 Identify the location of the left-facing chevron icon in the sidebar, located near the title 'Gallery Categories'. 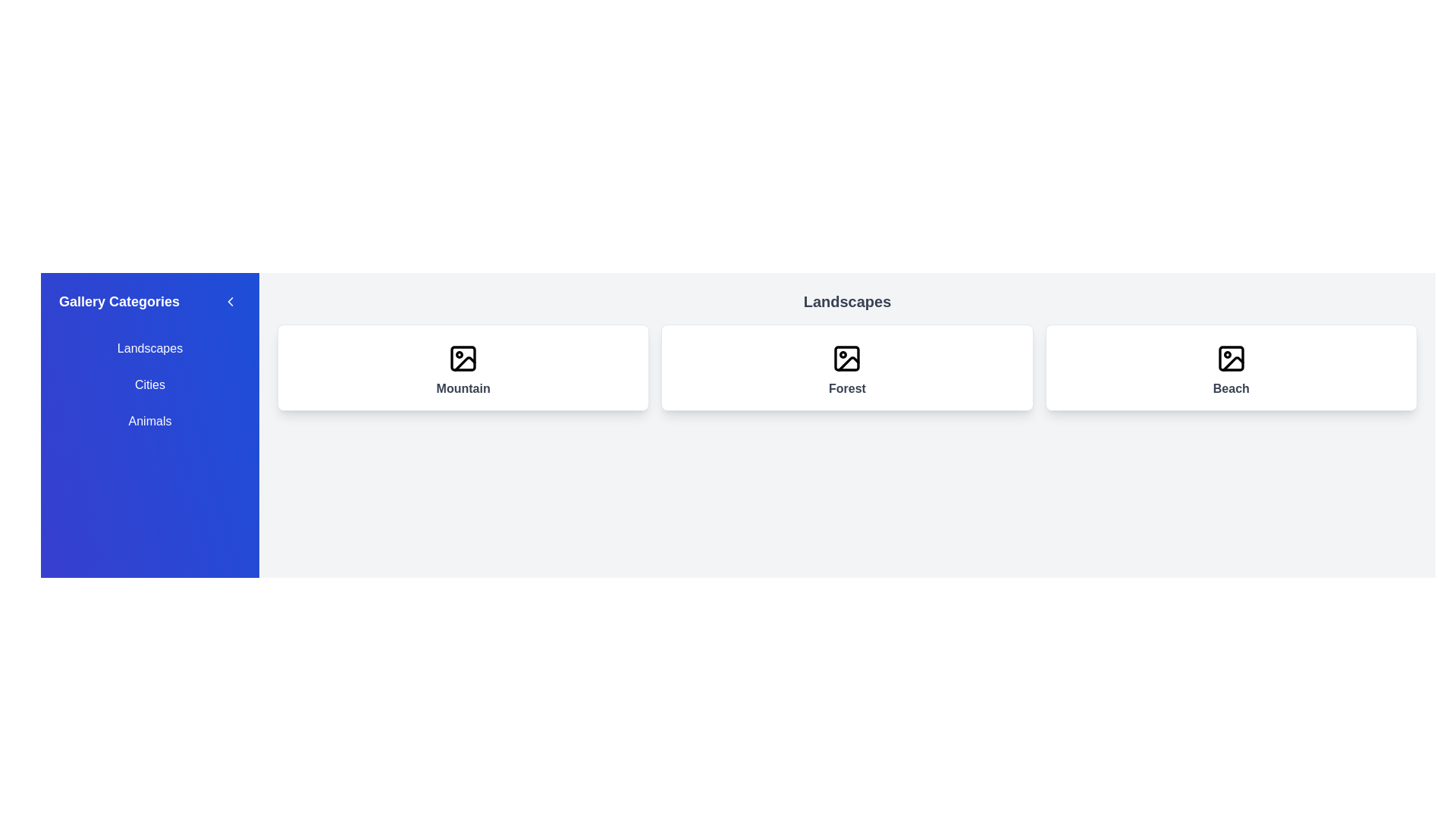
(229, 301).